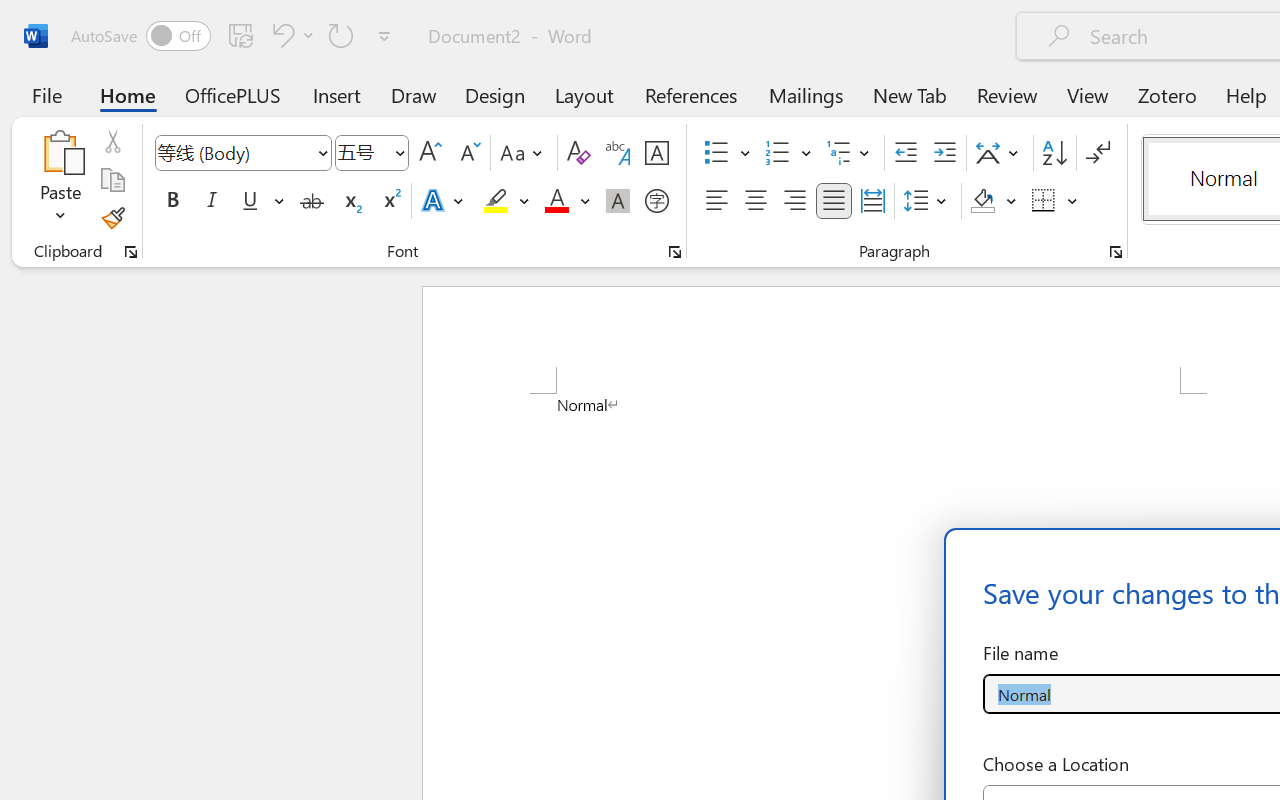 This screenshot has height=800, width=1280. Describe the element at coordinates (362, 152) in the screenshot. I see `'Font Size'` at that location.